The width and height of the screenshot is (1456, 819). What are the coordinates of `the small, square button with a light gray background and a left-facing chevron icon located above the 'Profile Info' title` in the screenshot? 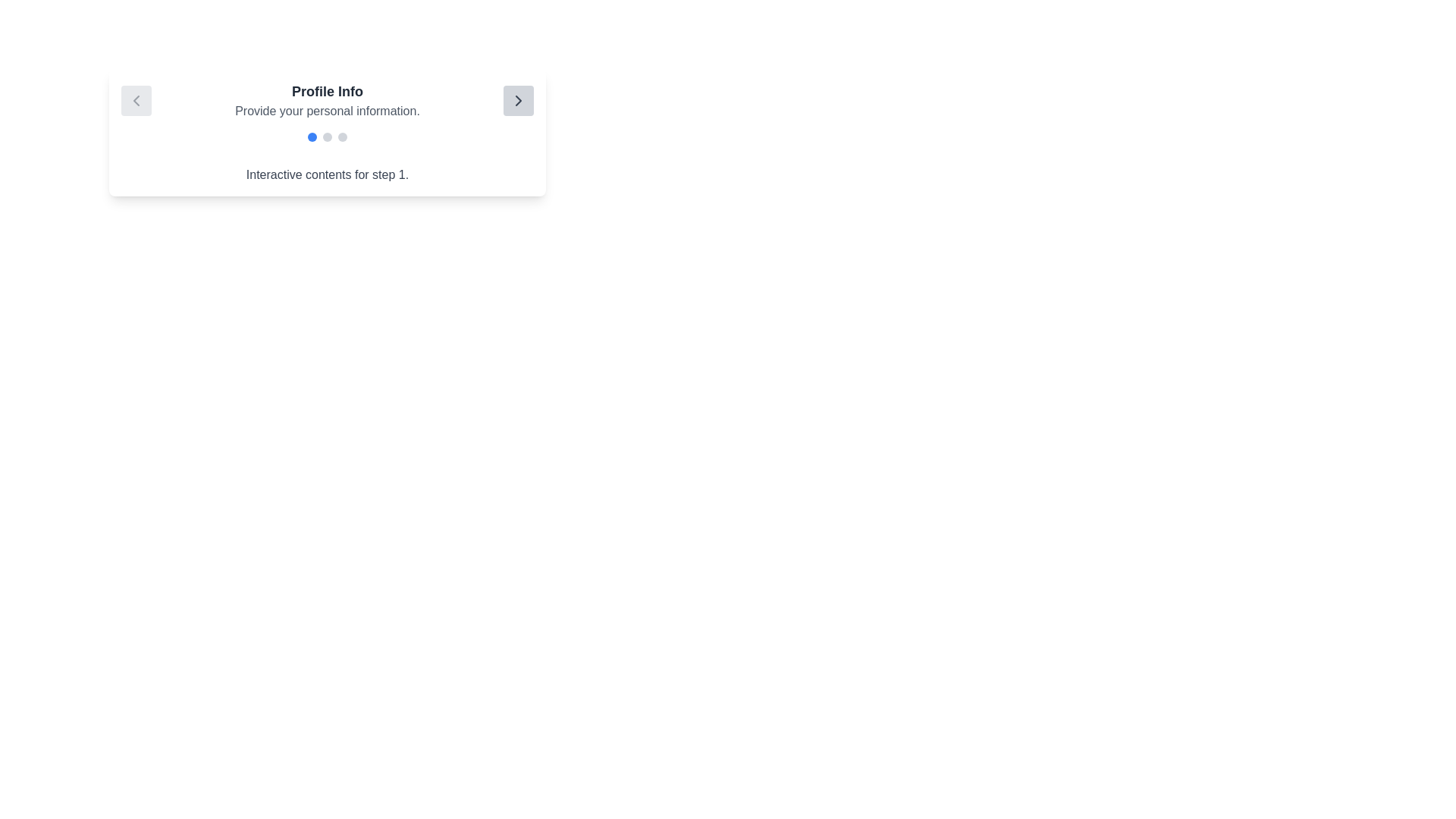 It's located at (136, 100).